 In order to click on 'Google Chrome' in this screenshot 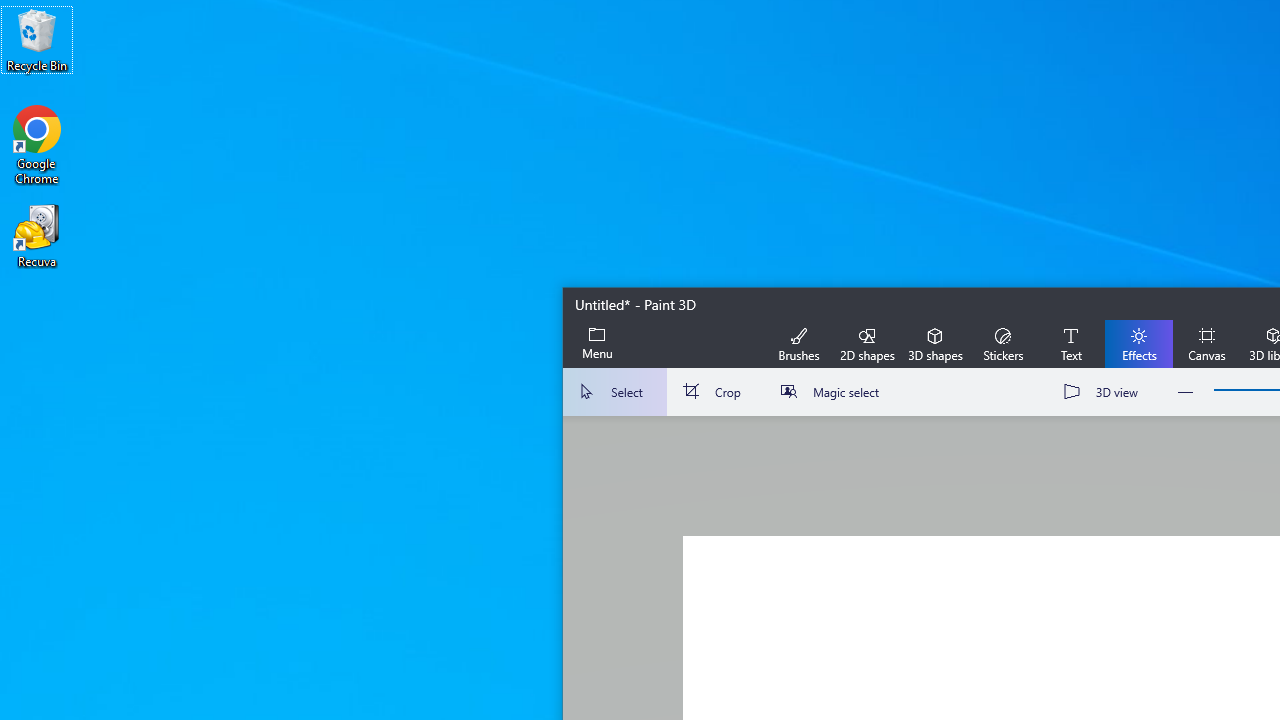, I will do `click(37, 144)`.